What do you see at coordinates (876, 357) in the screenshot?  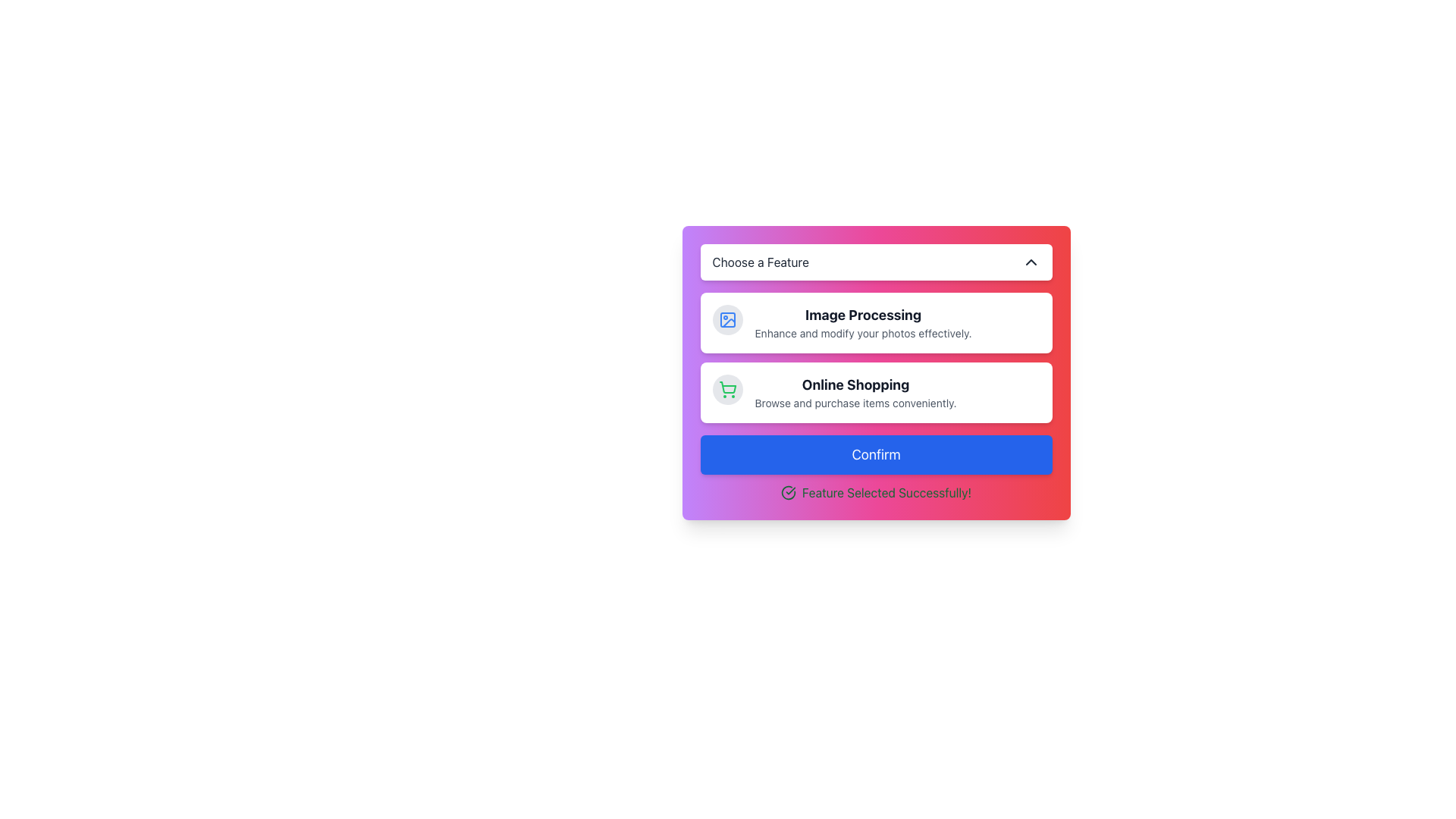 I see `the first clickable card element in the vertically aligned list below the 'Choose a Feature' header` at bounding box center [876, 357].